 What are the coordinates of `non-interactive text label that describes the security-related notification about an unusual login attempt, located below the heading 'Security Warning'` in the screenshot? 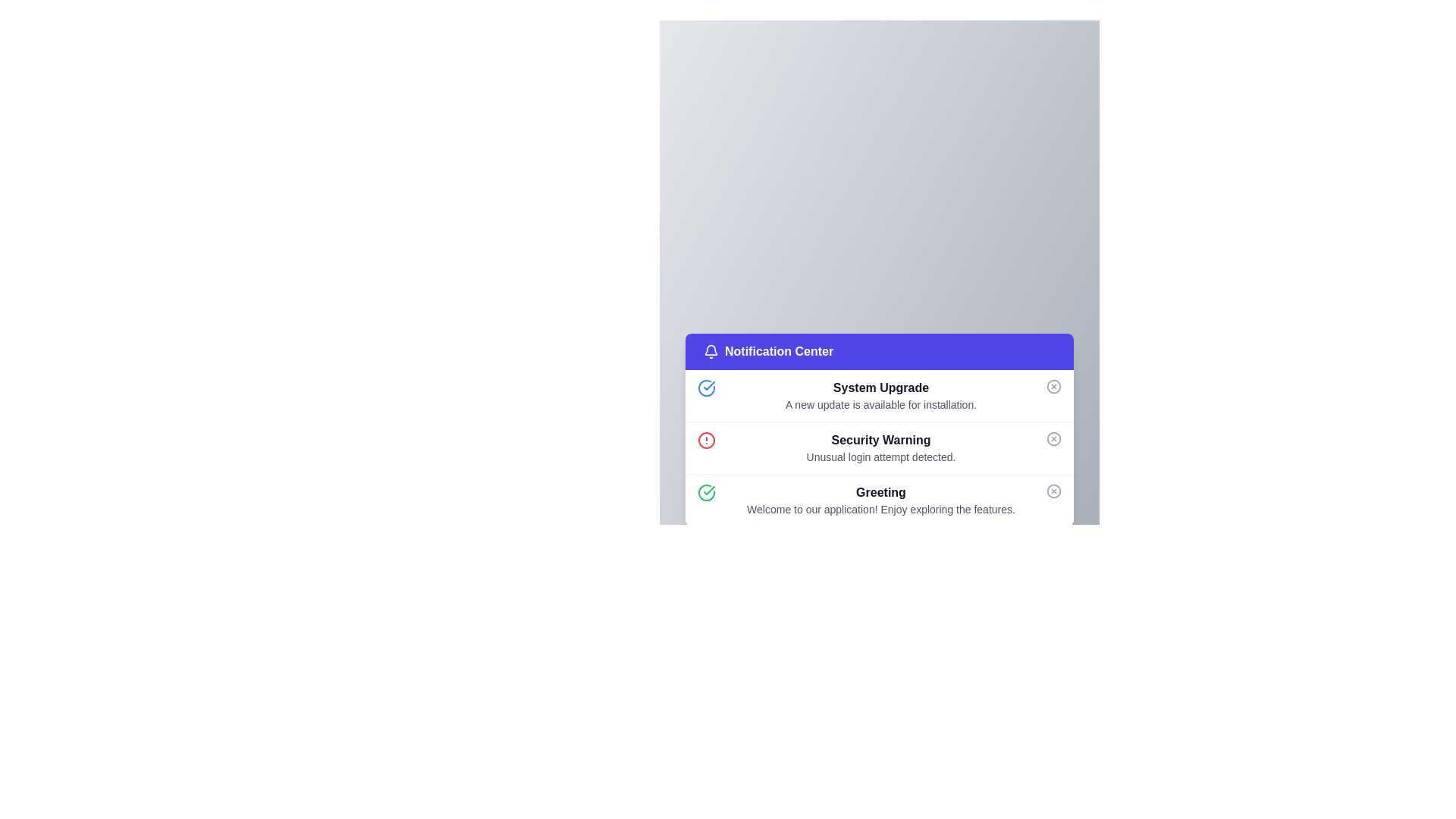 It's located at (880, 456).